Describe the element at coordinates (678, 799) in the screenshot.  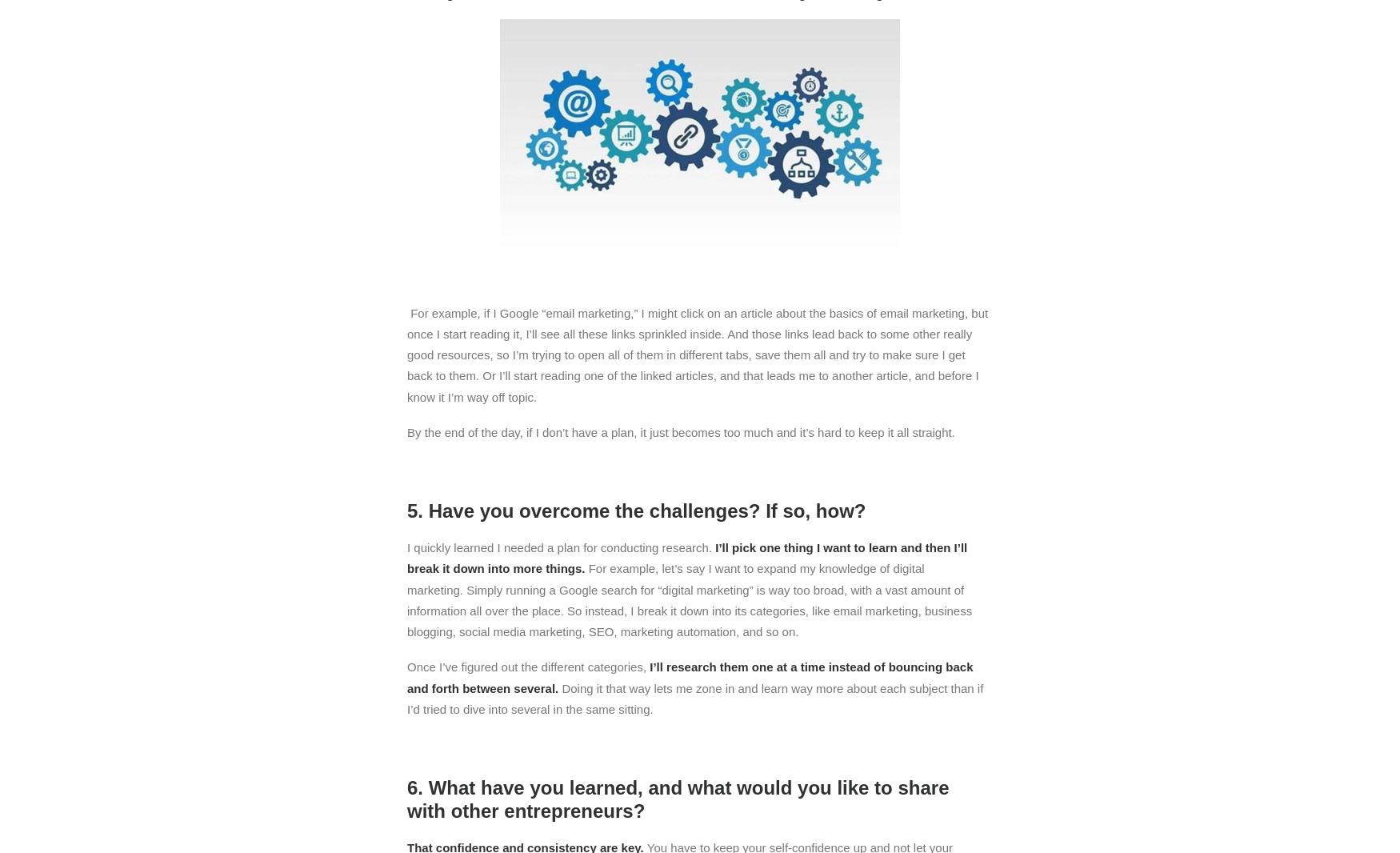
I see `'6. What have you learned, and what would you like to share with other entrepreneurs?'` at that location.